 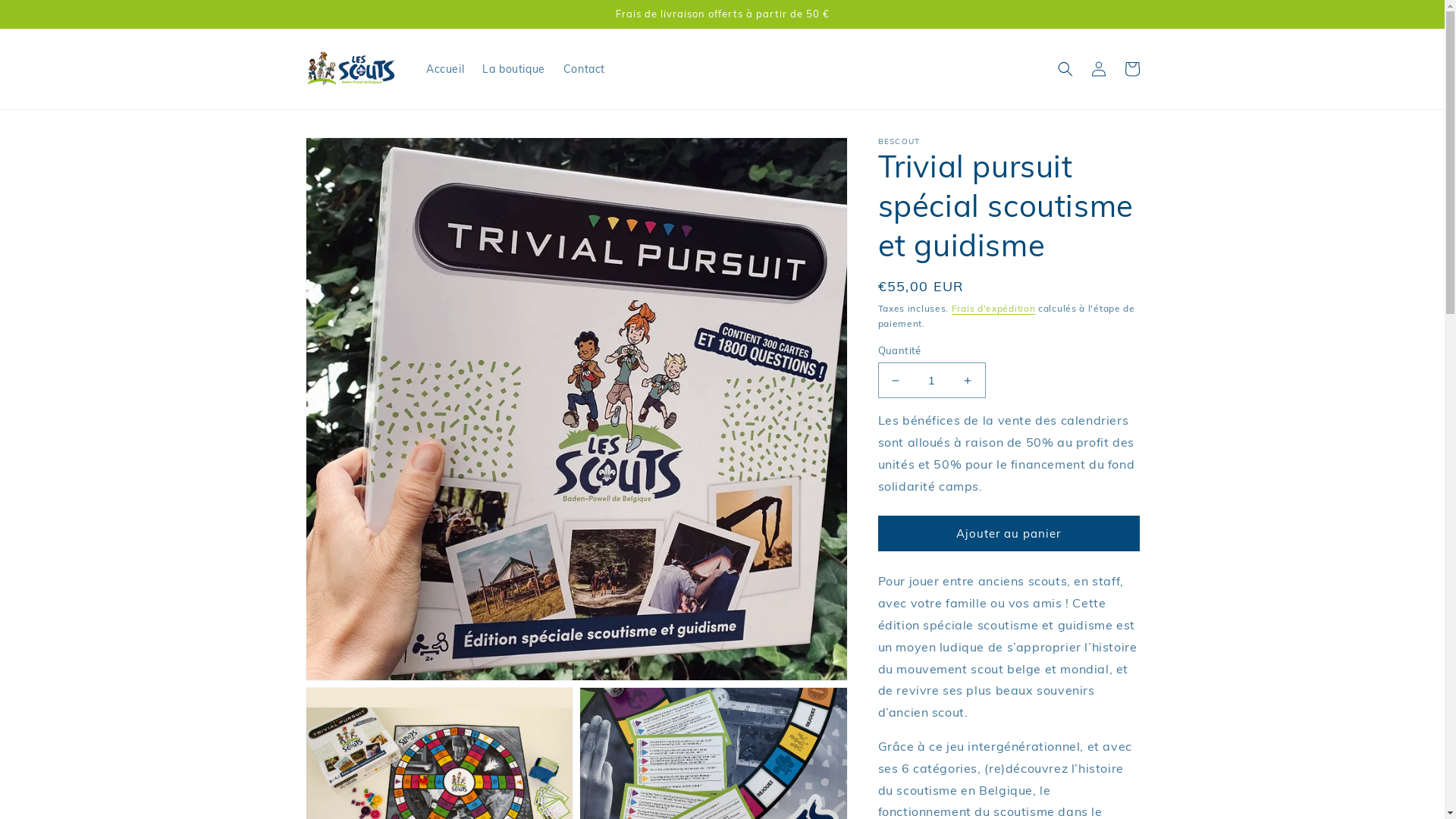 I want to click on 'Ajouter au panier', so click(x=1009, y=532).